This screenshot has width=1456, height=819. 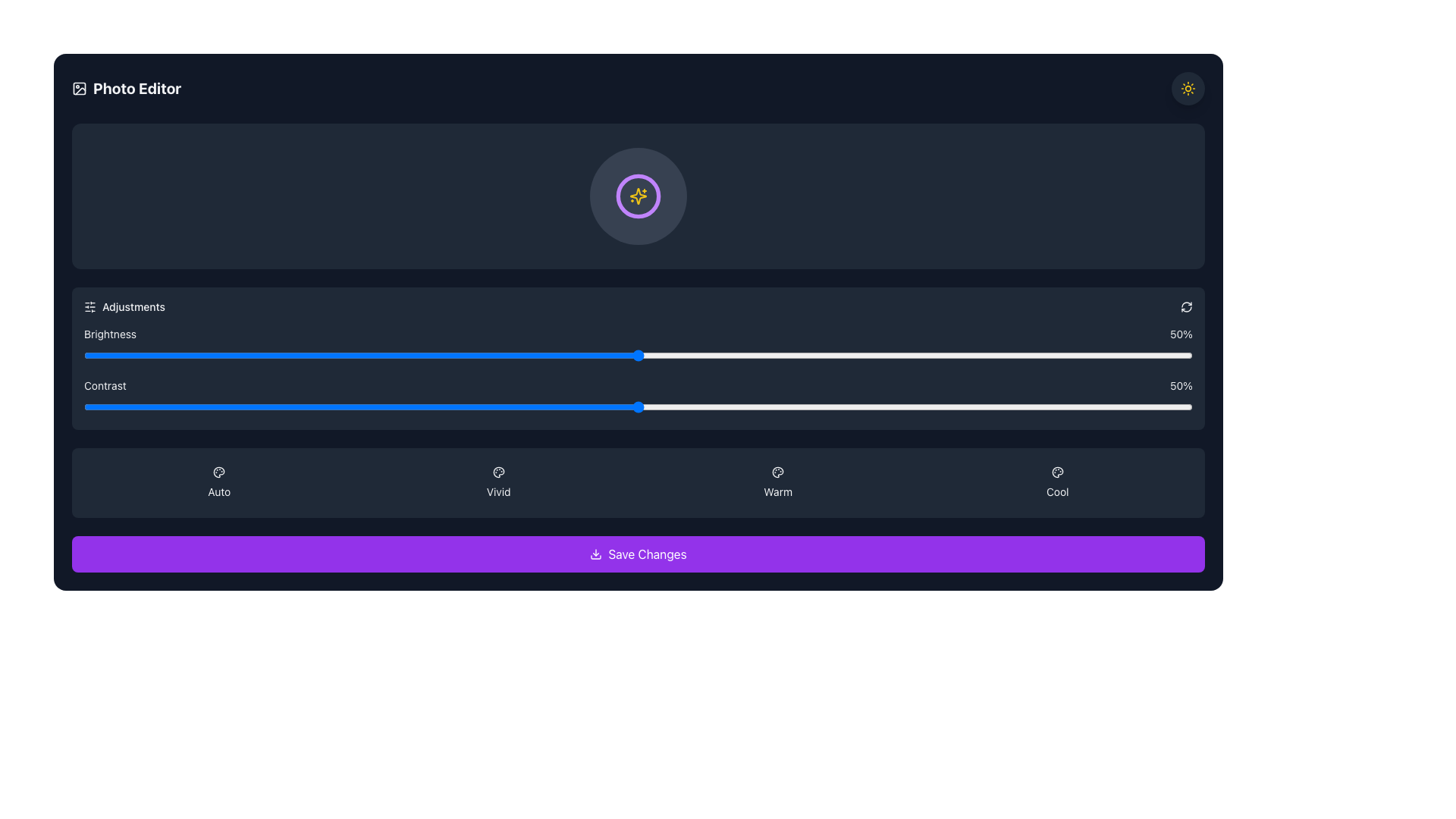 I want to click on the value of the slider, so click(x=516, y=406).